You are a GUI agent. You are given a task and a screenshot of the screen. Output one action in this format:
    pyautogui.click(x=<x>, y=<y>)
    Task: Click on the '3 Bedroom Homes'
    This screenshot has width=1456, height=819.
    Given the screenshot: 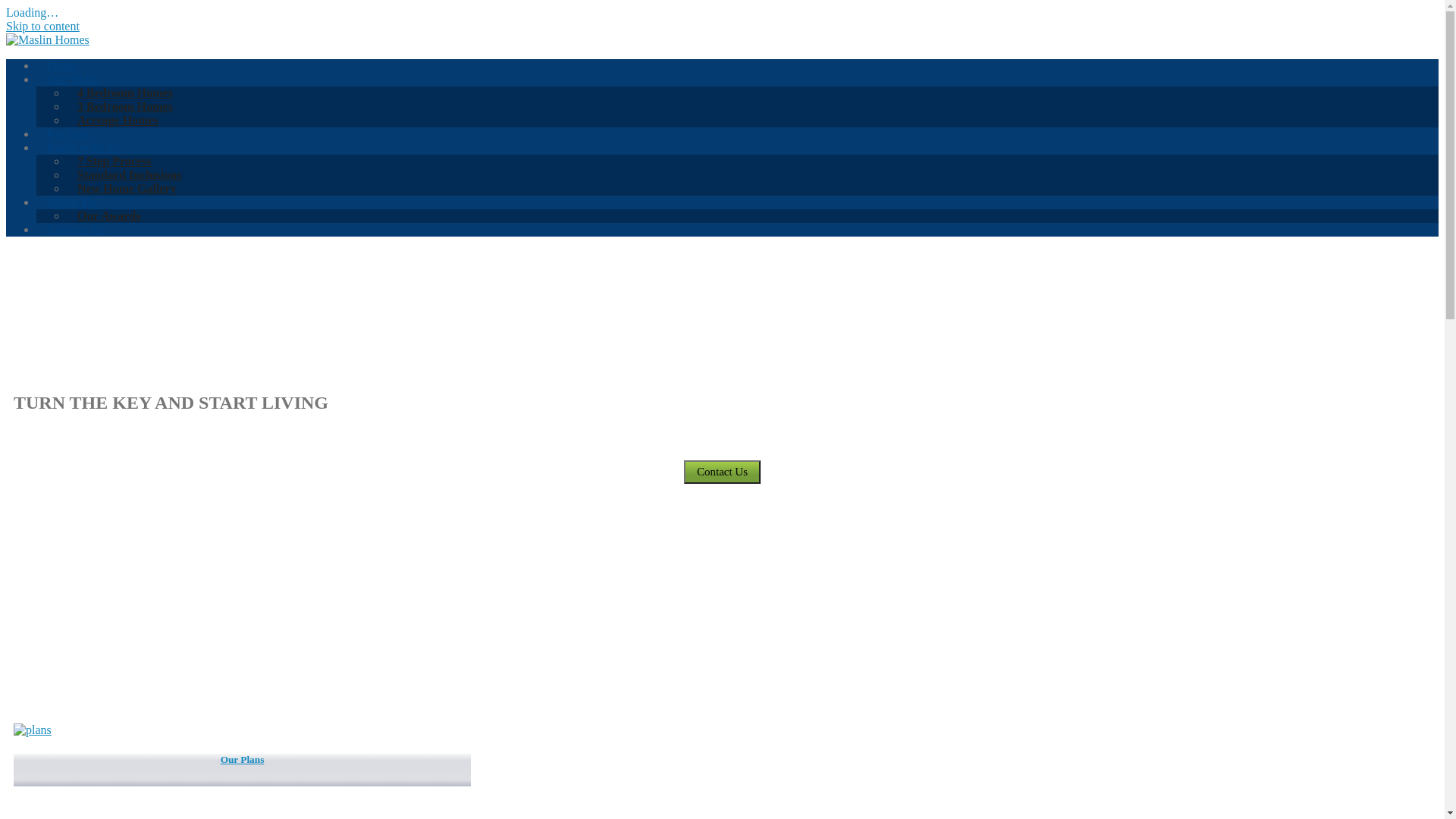 What is the action you would take?
    pyautogui.click(x=124, y=105)
    